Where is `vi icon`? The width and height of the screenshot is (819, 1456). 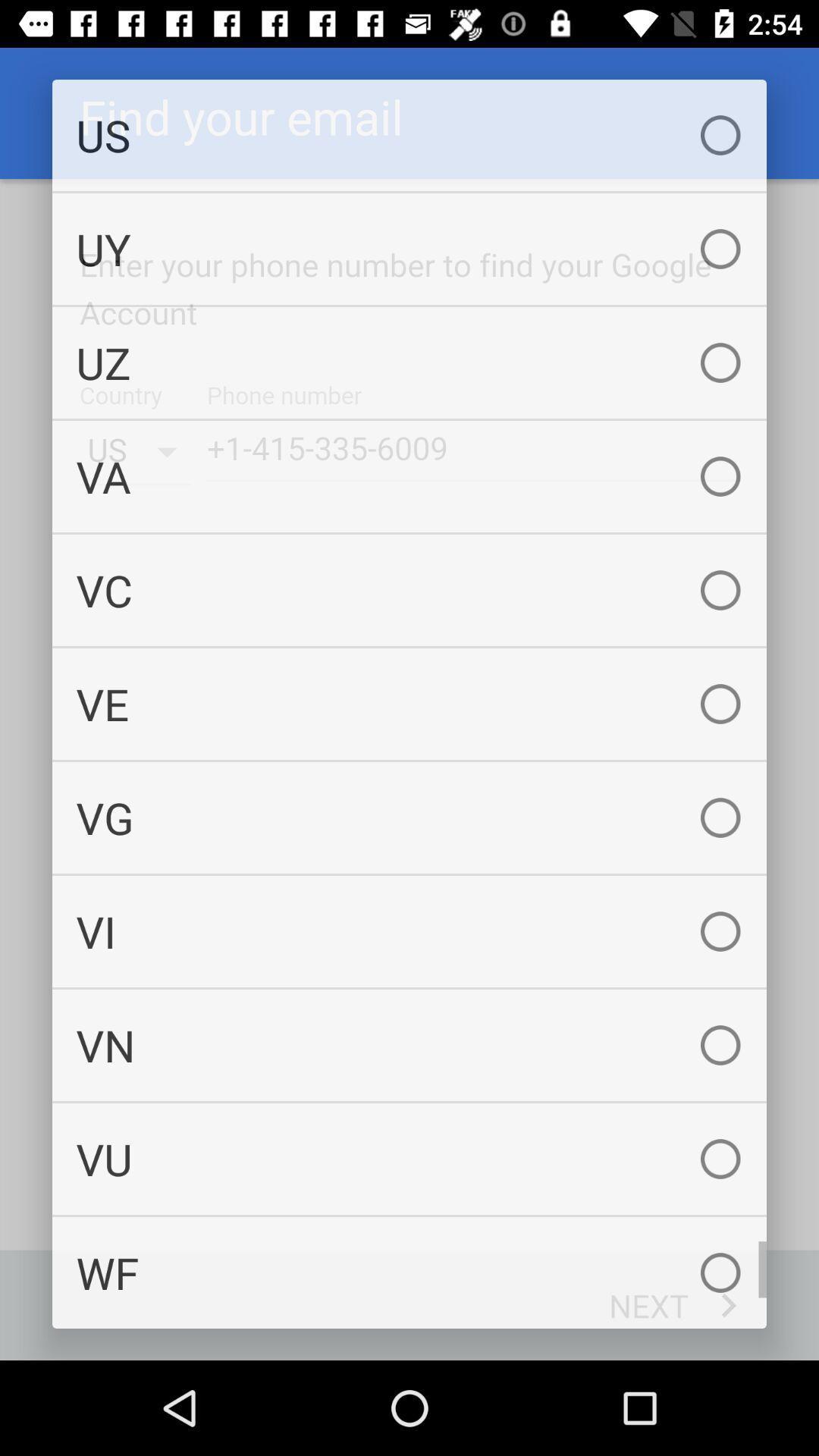
vi icon is located at coordinates (409, 930).